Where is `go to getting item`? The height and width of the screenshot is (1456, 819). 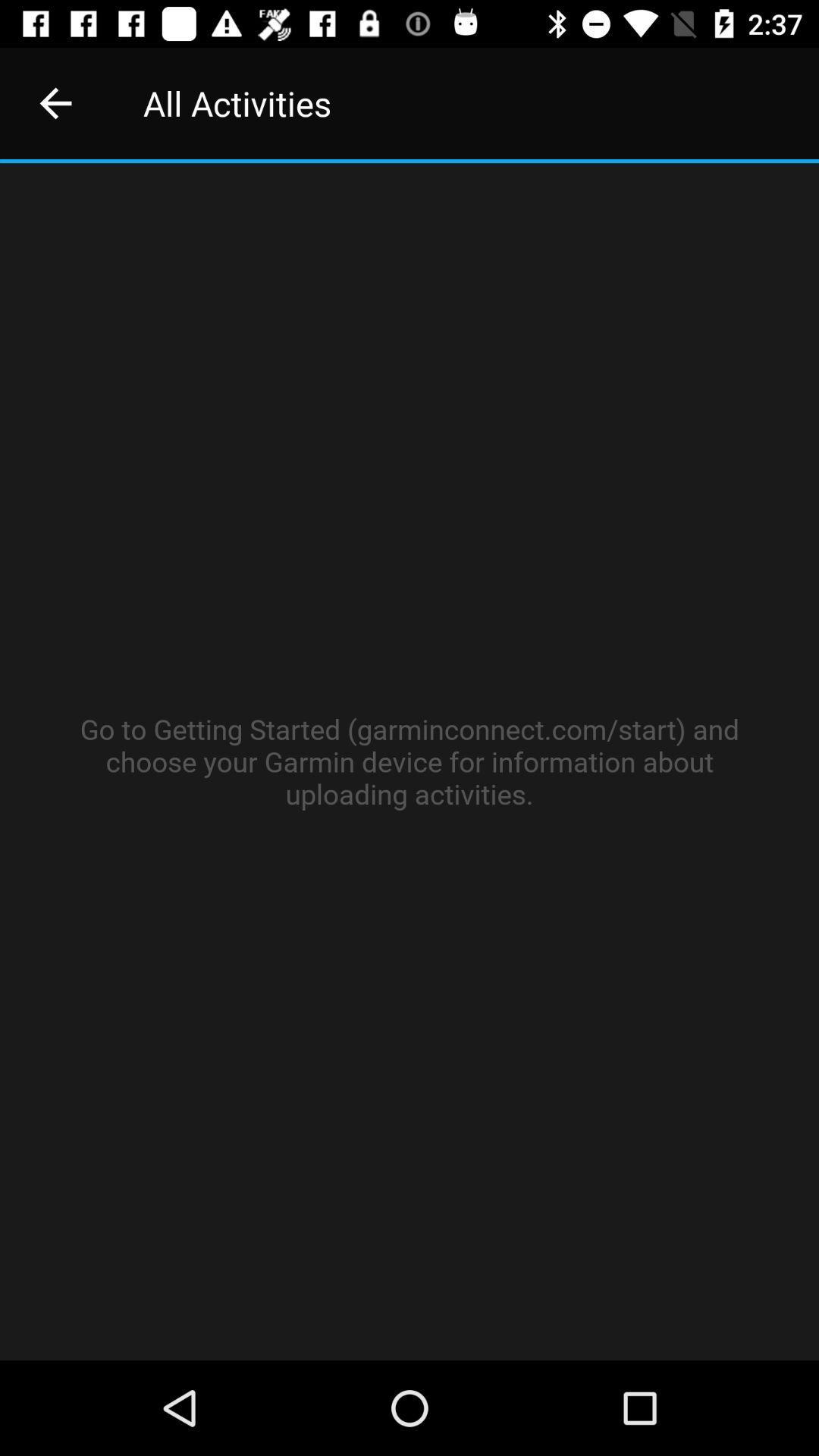
go to getting item is located at coordinates (409, 761).